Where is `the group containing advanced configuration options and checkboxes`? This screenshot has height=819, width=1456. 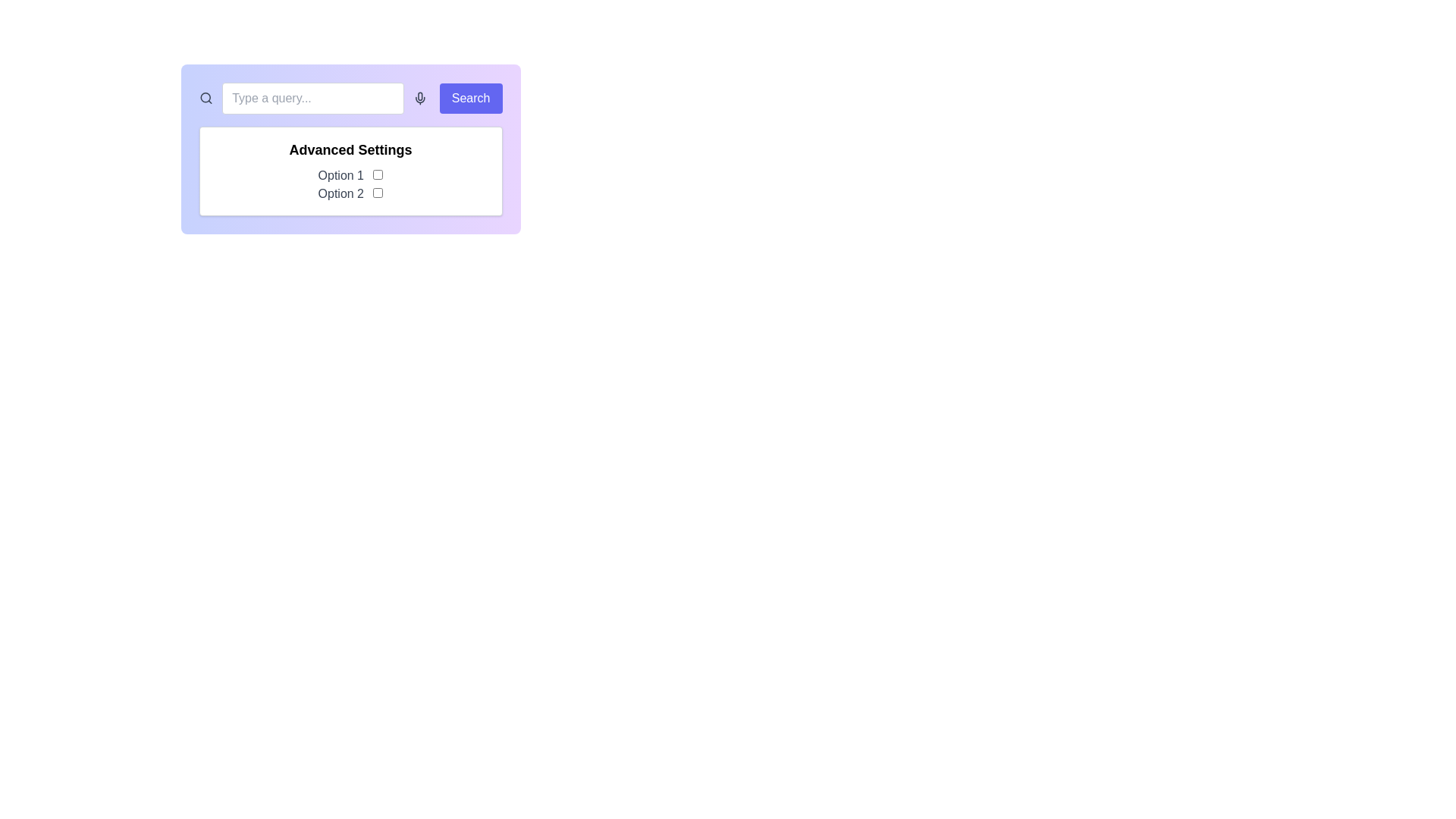 the group containing advanced configuration options and checkboxes is located at coordinates (350, 171).